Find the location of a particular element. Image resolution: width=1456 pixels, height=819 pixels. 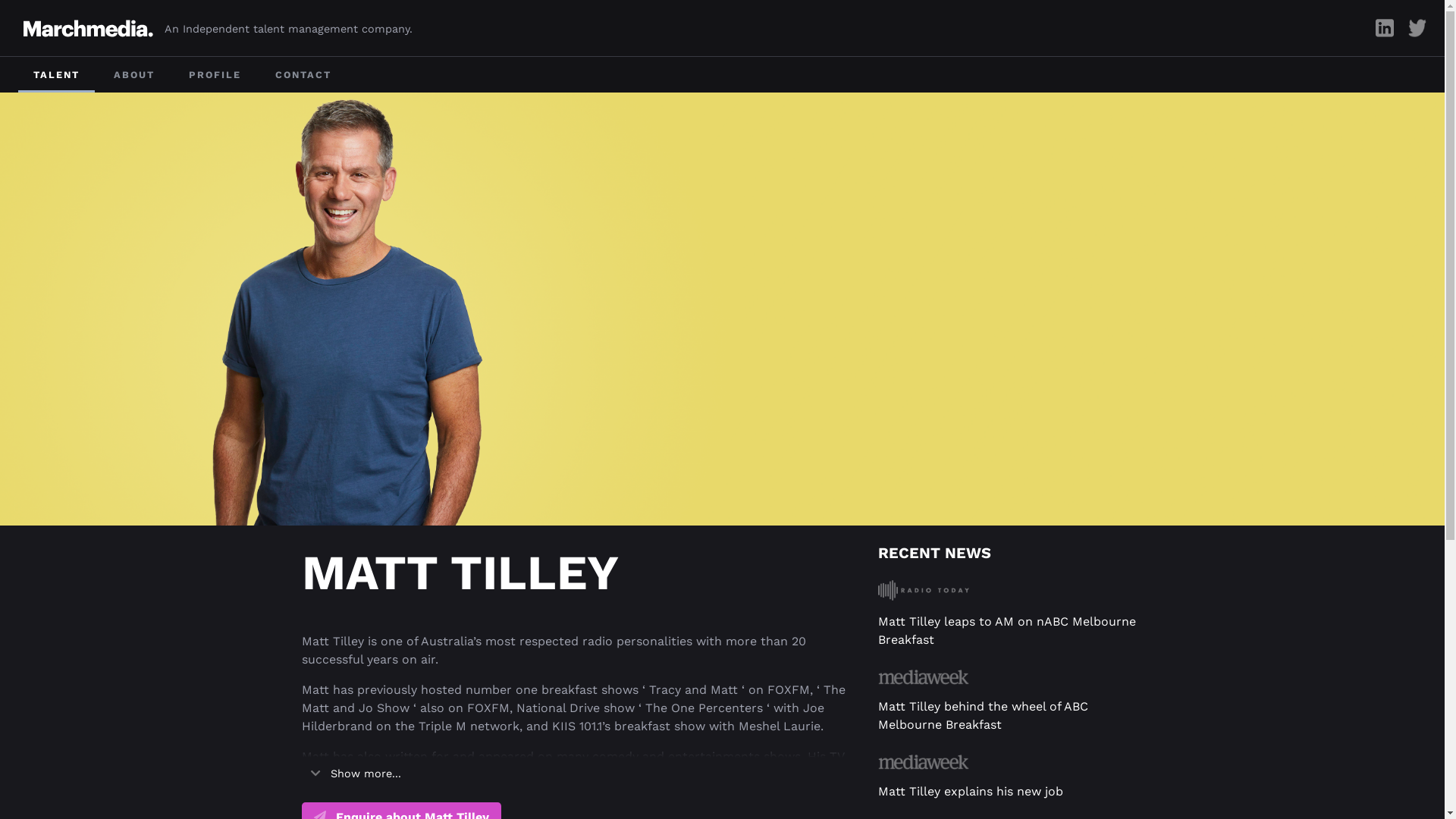

'CONTACT' is located at coordinates (259, 74).